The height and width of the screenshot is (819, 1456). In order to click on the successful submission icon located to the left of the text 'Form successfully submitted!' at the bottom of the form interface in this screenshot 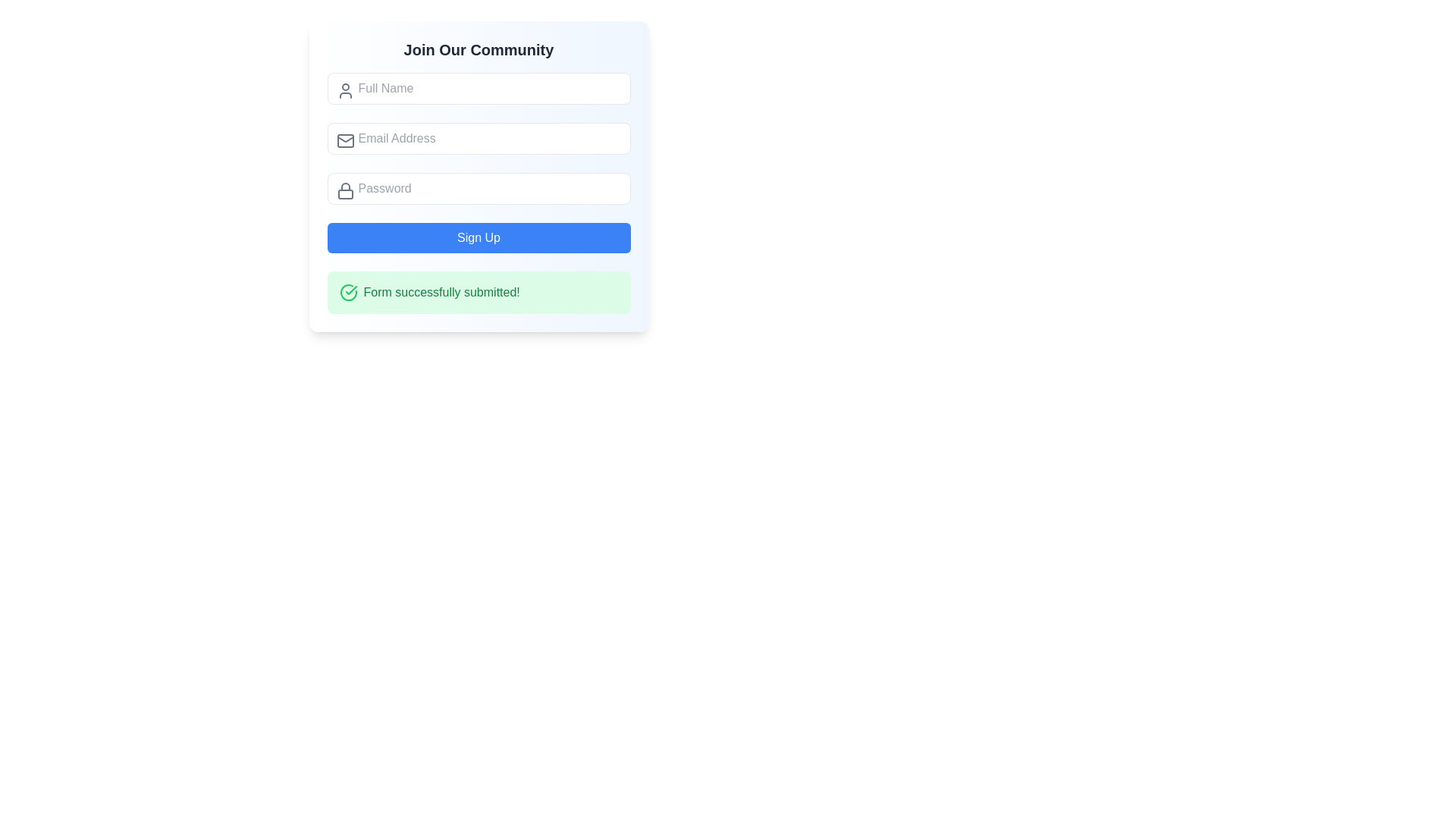, I will do `click(347, 292)`.